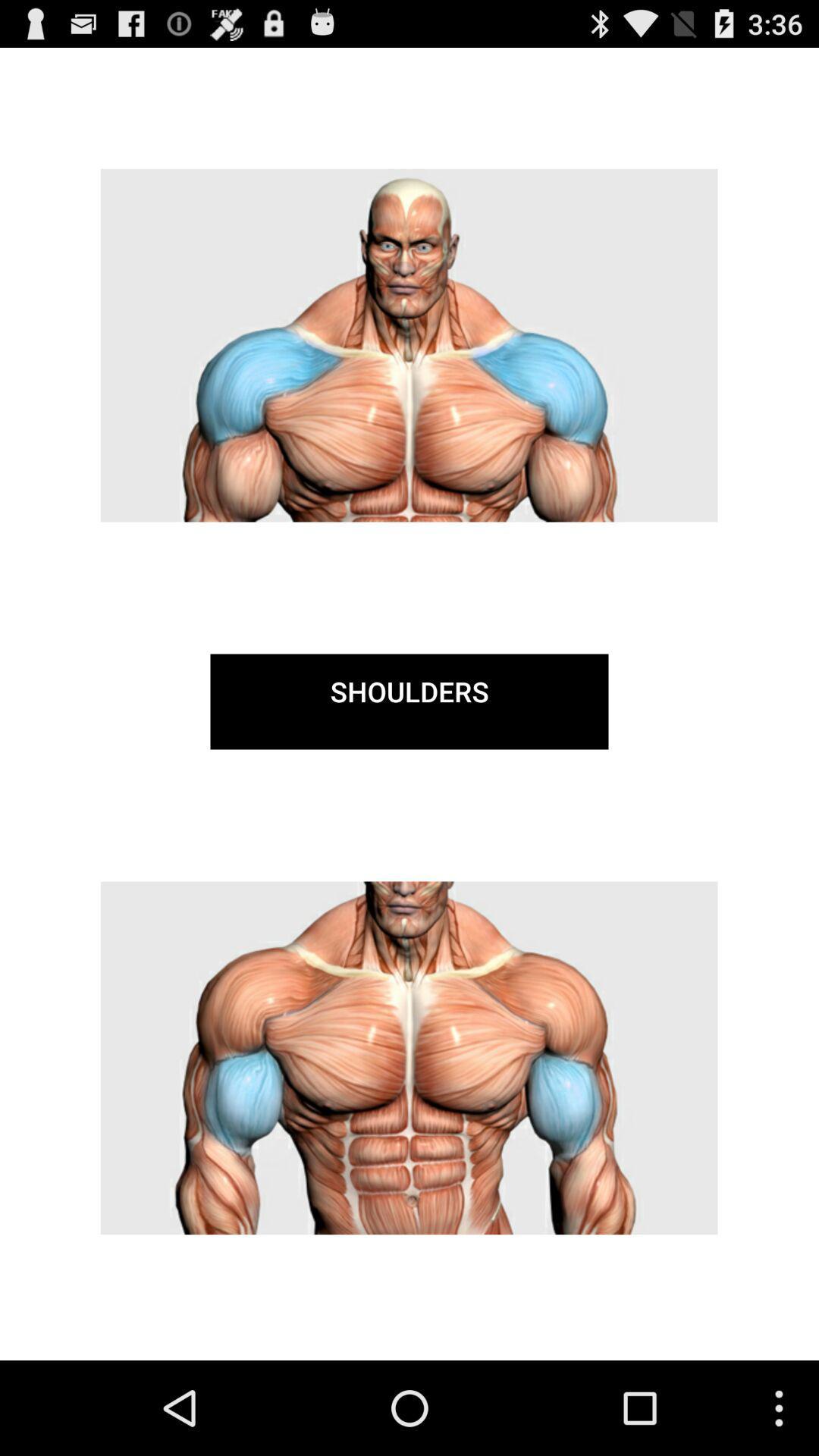 The height and width of the screenshot is (1456, 819). What do you see at coordinates (409, 701) in the screenshot?
I see `shoulders item` at bounding box center [409, 701].